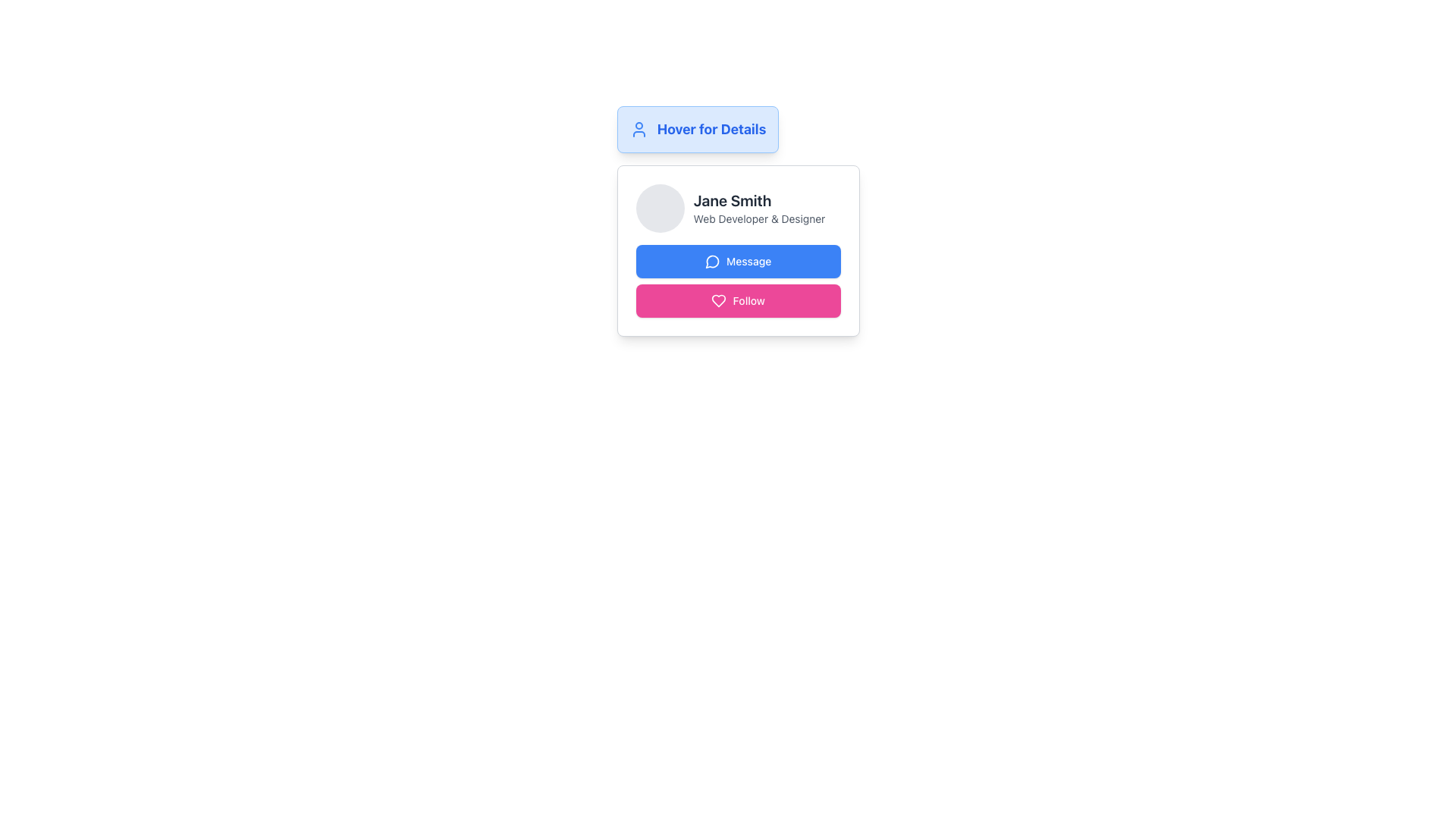 The image size is (1456, 819). What do you see at coordinates (712, 260) in the screenshot?
I see `the circular messaging icon located at the center-left of the 'Message' button, positioned below the profile heading area` at bounding box center [712, 260].